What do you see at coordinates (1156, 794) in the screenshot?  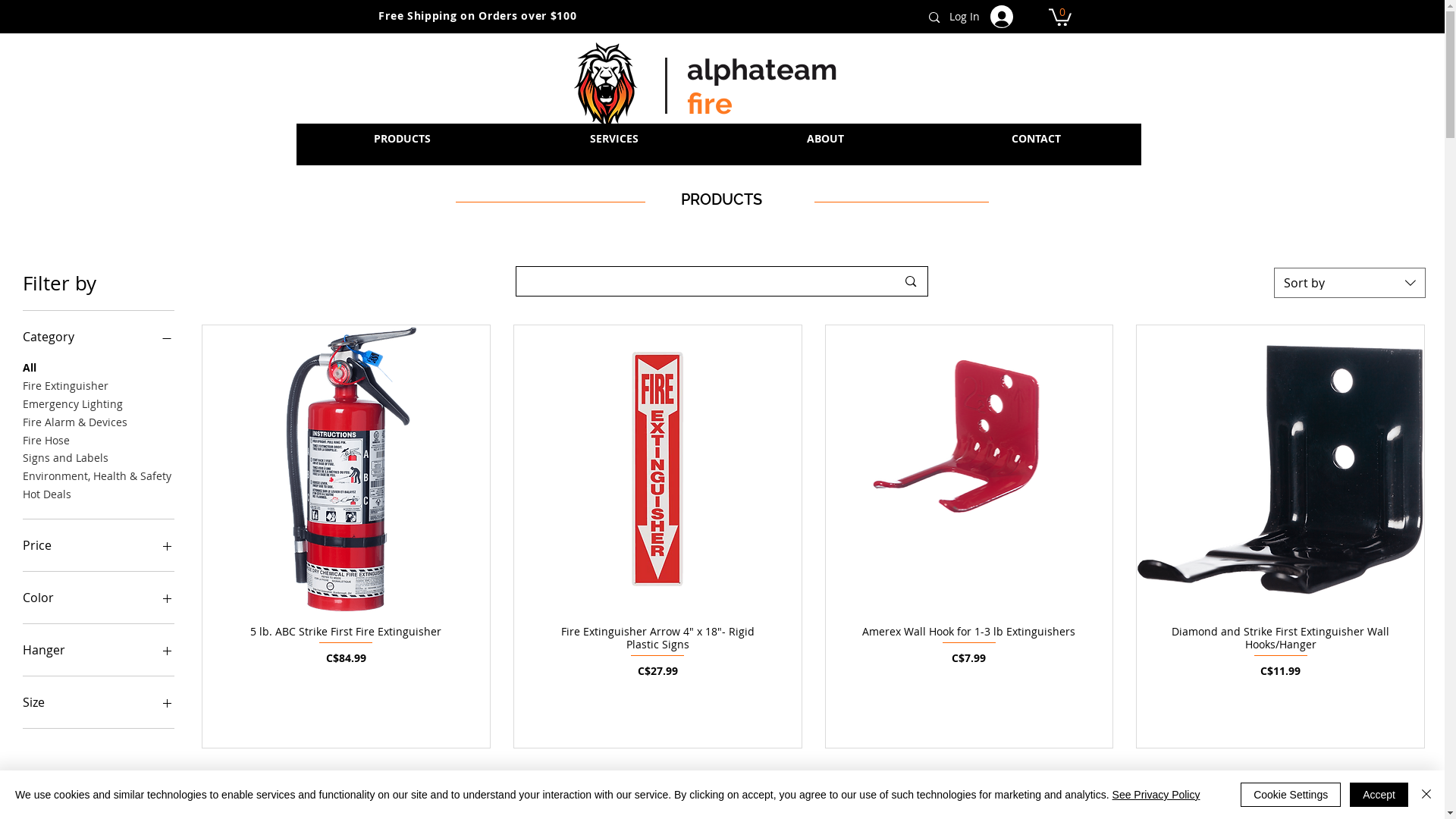 I see `'See Privacy Policy'` at bounding box center [1156, 794].